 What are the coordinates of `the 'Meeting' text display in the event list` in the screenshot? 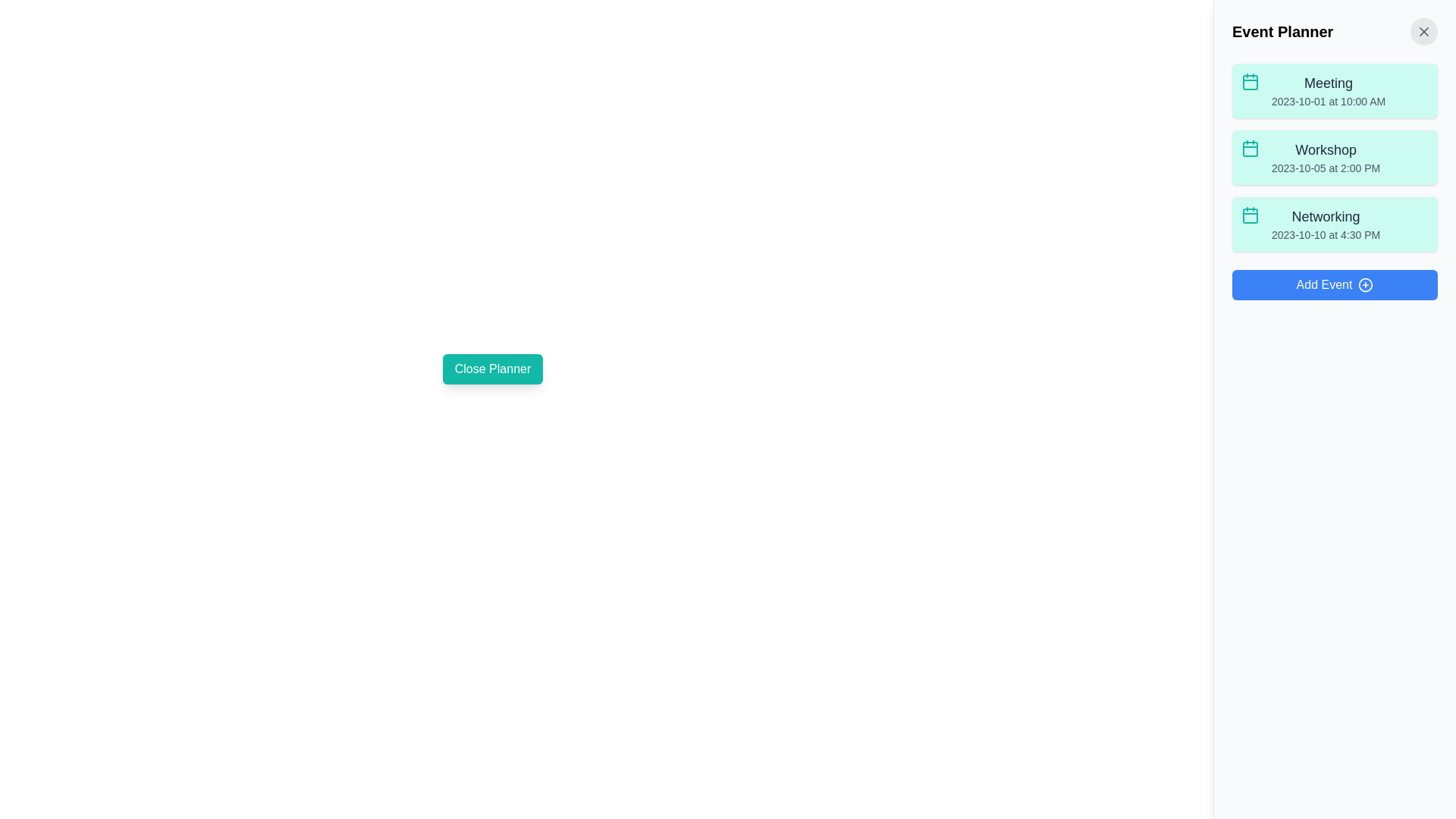 It's located at (1328, 90).